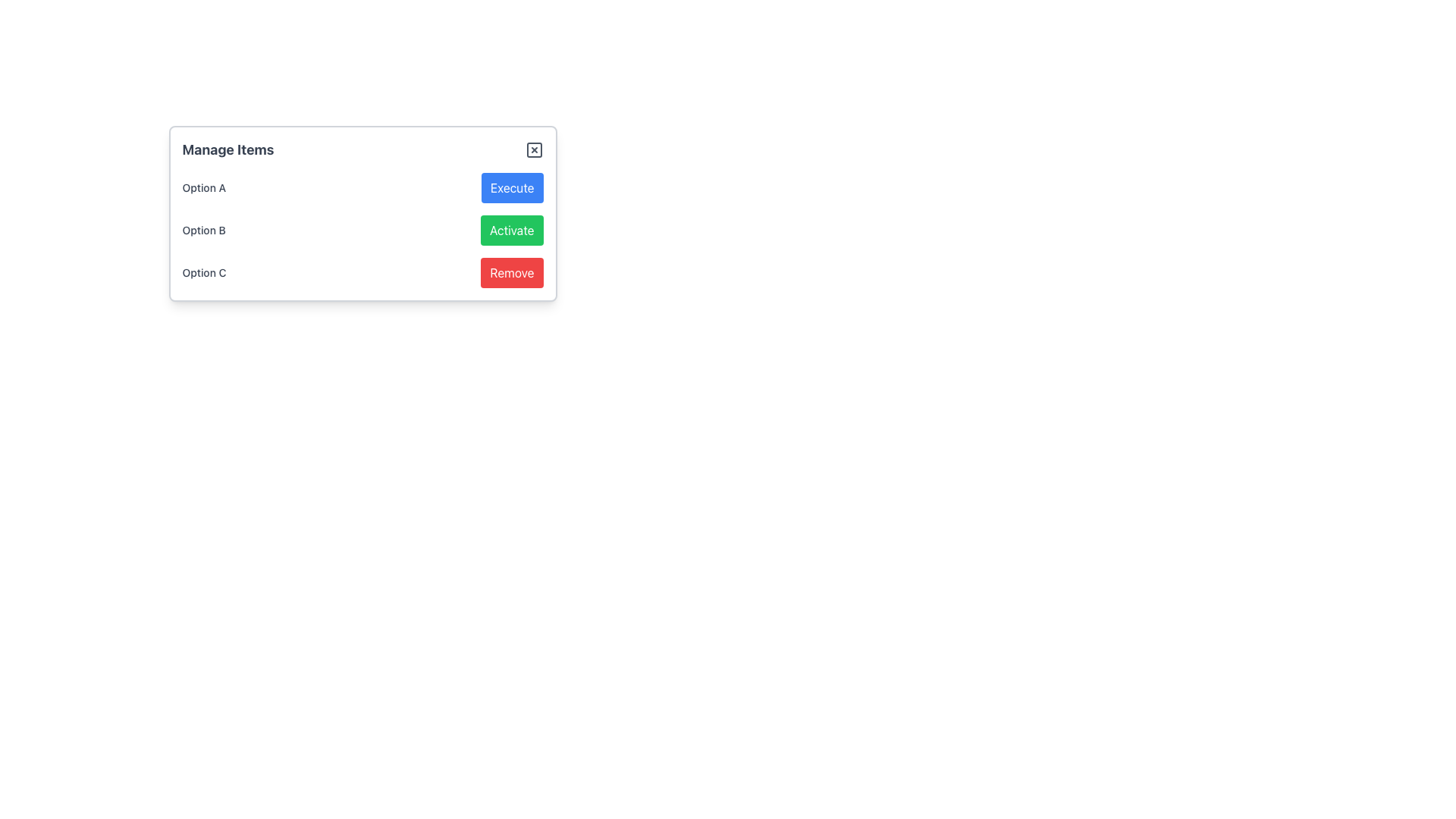 Image resolution: width=1456 pixels, height=819 pixels. What do you see at coordinates (534, 149) in the screenshot?
I see `the central square of the 'close' icon` at bounding box center [534, 149].